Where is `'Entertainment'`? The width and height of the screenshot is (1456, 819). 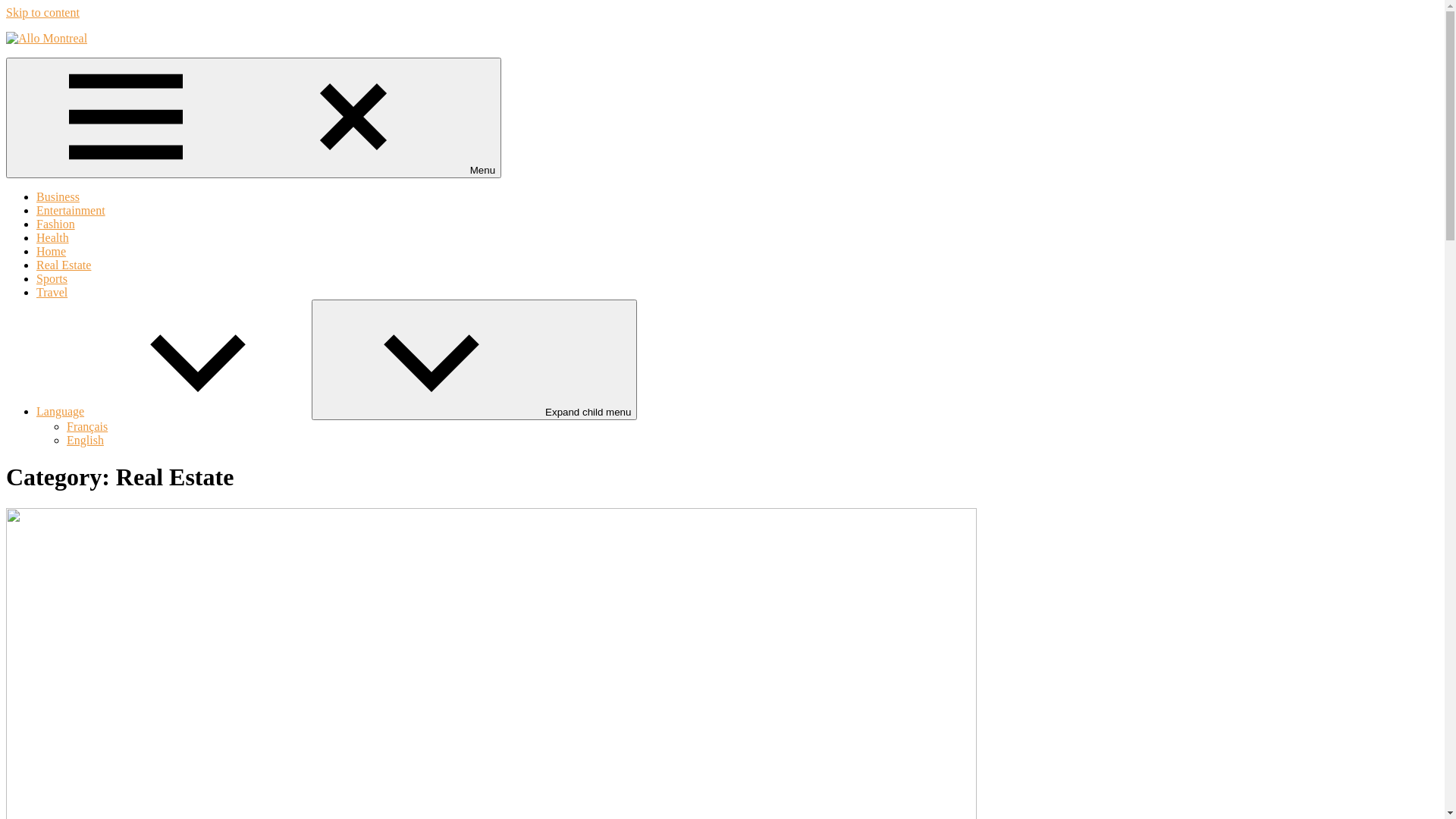
'Entertainment' is located at coordinates (70, 210).